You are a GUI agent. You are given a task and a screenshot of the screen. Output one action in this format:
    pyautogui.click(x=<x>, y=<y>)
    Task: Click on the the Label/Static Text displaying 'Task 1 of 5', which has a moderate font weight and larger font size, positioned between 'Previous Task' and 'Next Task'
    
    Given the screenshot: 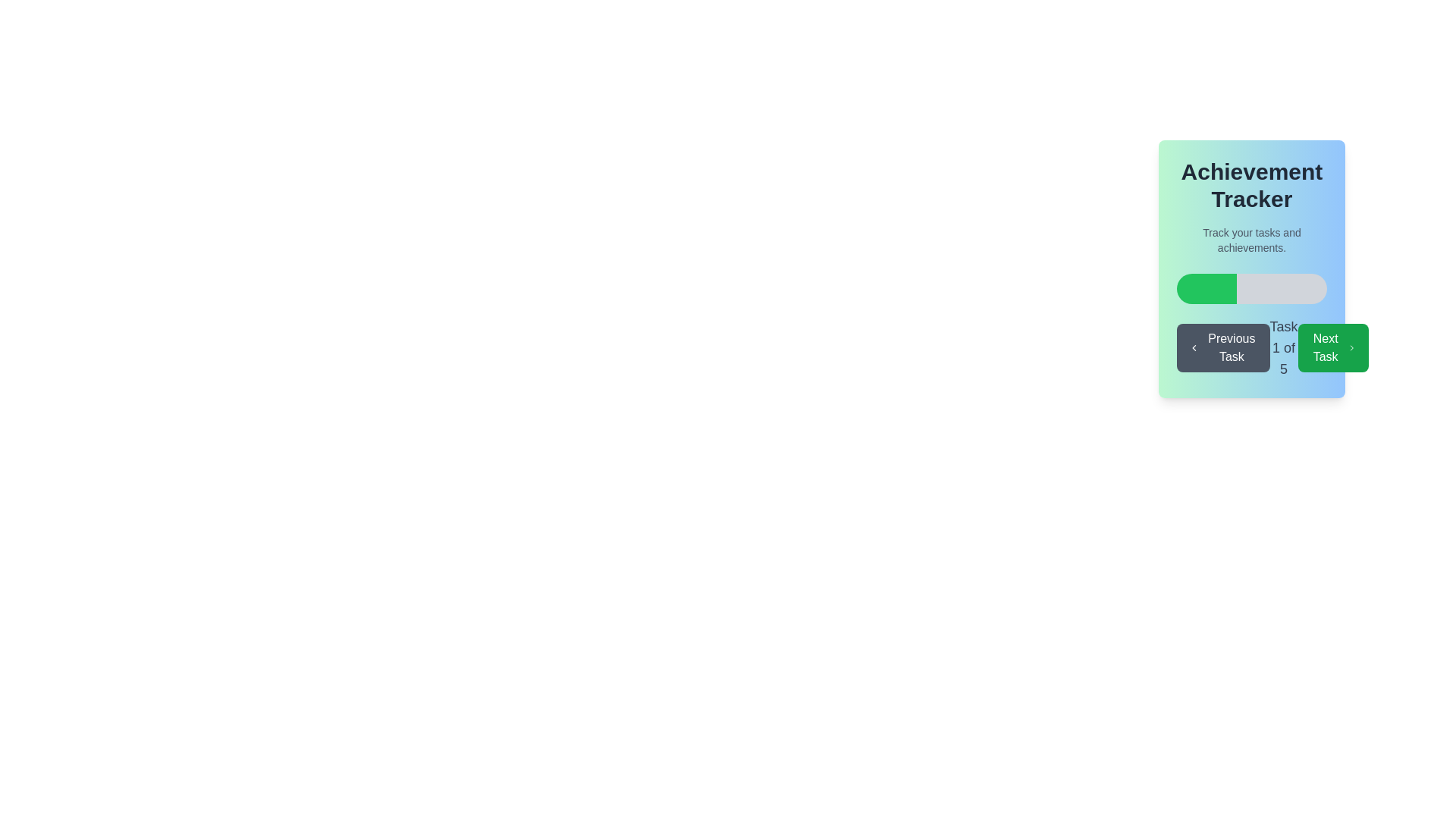 What is the action you would take?
    pyautogui.click(x=1283, y=348)
    